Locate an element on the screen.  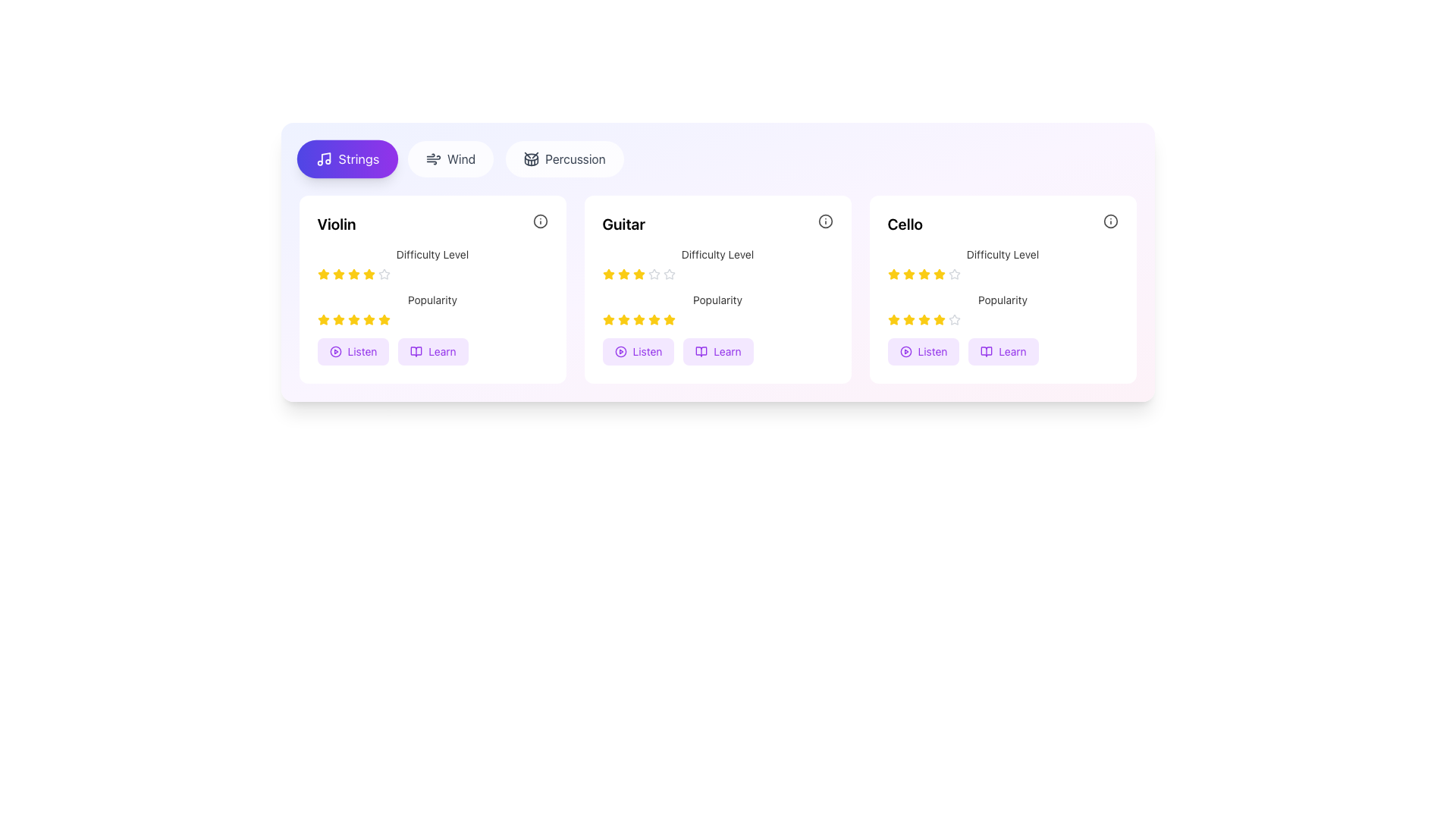
the 'Learn' button which contains an open book icon styled in light purple, located at the bottom of the first card in a grid layout of musical instrument cards is located at coordinates (416, 351).